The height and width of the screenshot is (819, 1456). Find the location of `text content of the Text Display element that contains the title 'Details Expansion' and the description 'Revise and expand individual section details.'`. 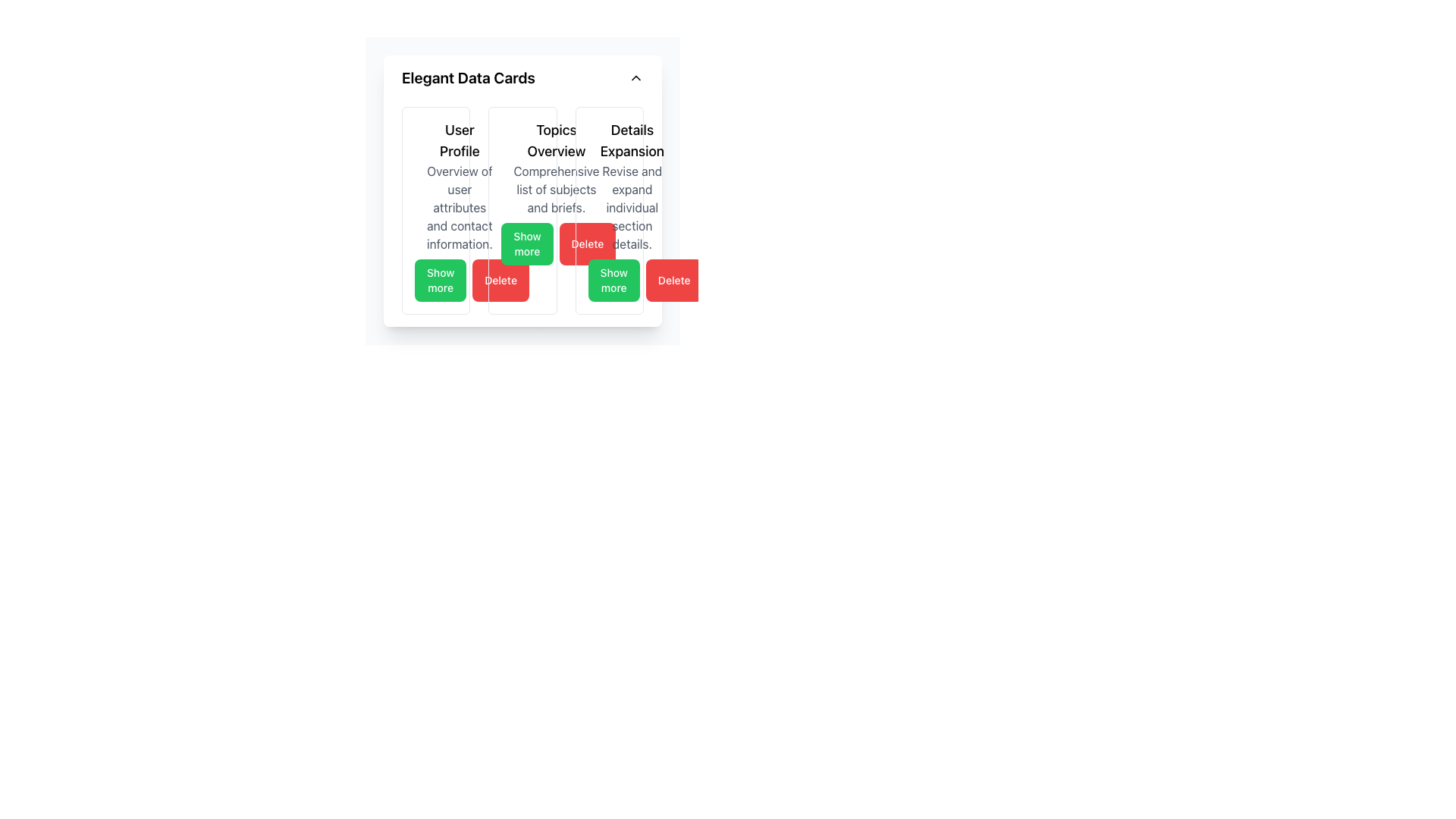

text content of the Text Display element that contains the title 'Details Expansion' and the description 'Revise and expand individual section details.' is located at coordinates (632, 186).